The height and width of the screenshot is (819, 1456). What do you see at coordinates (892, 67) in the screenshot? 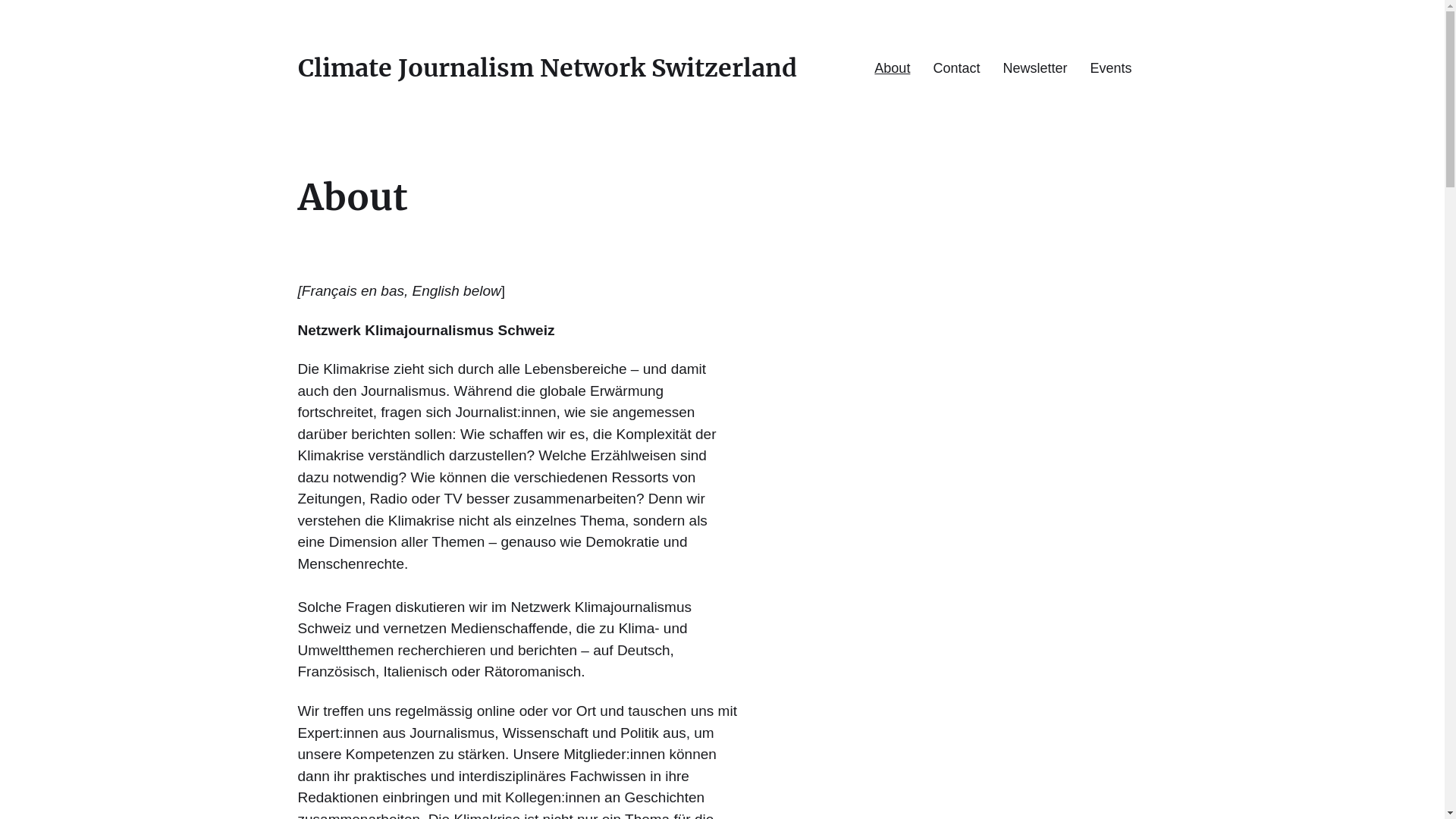
I see `'About'` at bounding box center [892, 67].